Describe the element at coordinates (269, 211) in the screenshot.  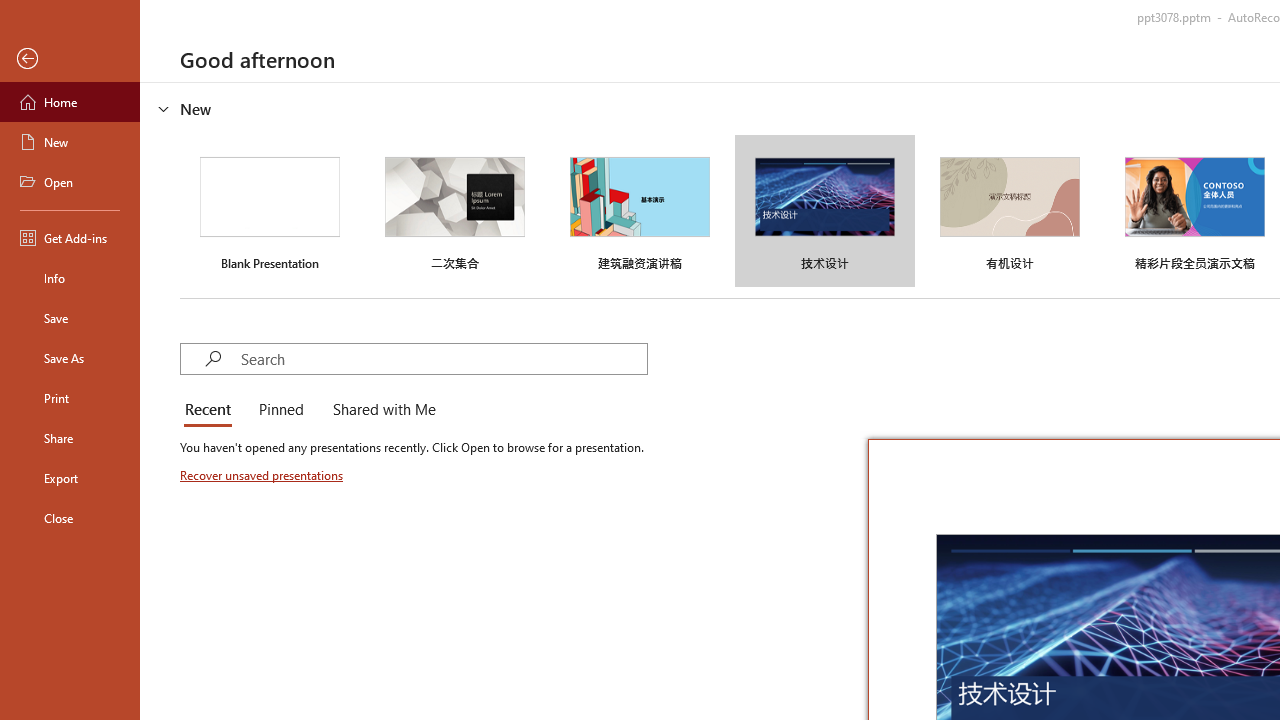
I see `'Blank Presentation'` at that location.